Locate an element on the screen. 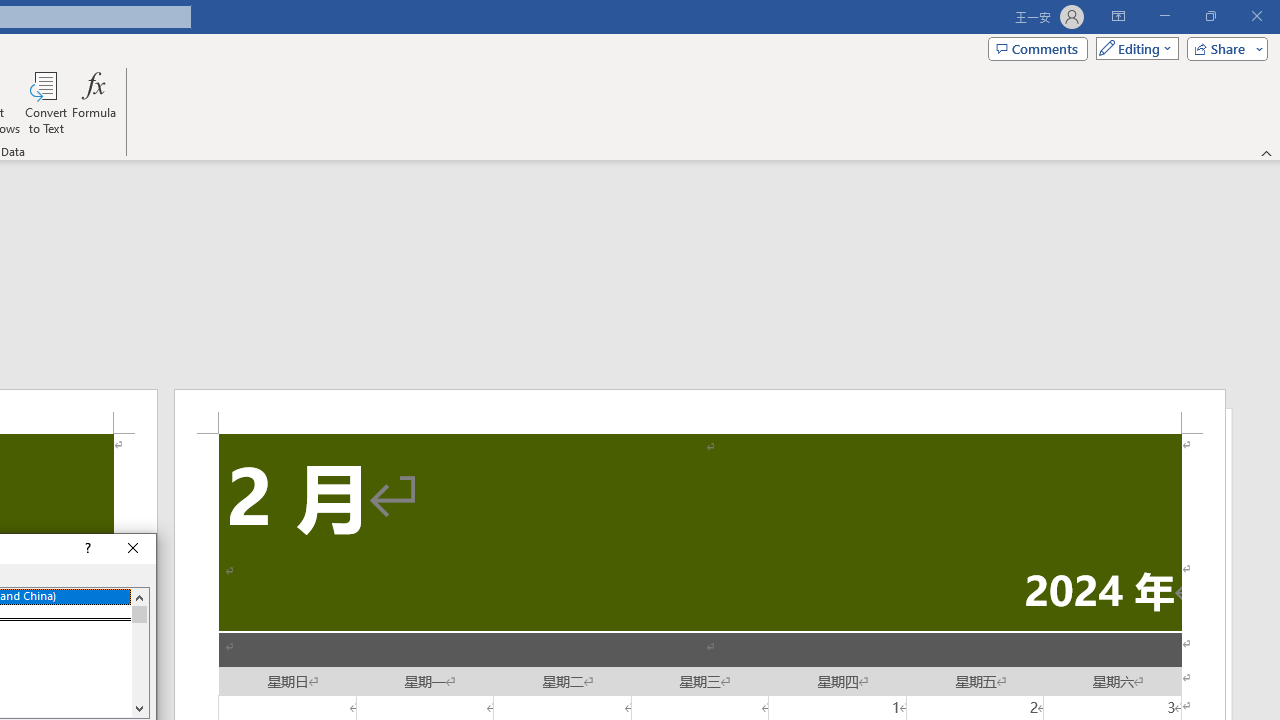  'Ribbon Display Options' is located at coordinates (1117, 16).